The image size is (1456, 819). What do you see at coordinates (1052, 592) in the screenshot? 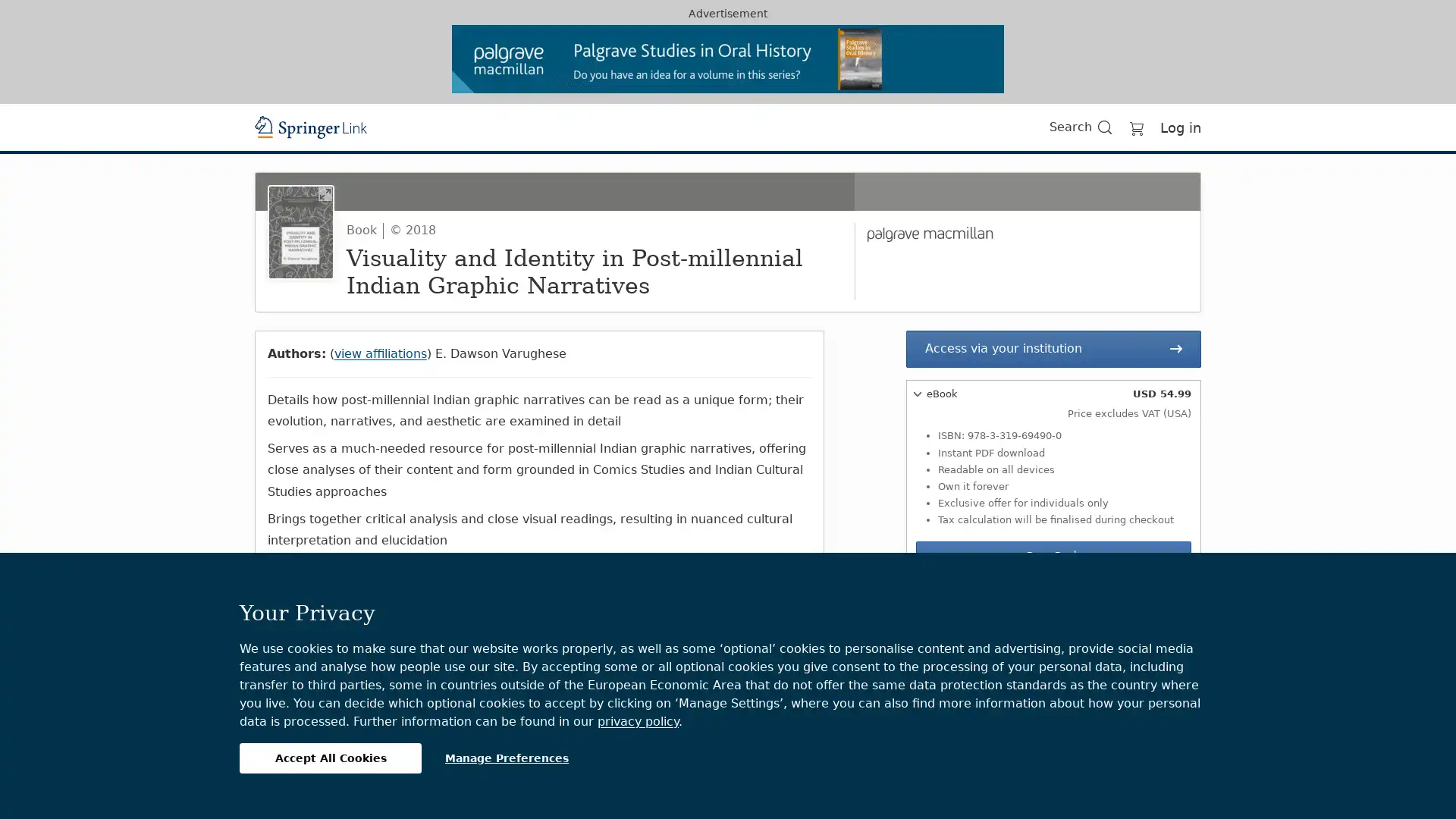
I see `Softcover Book USD 69.99` at bounding box center [1052, 592].